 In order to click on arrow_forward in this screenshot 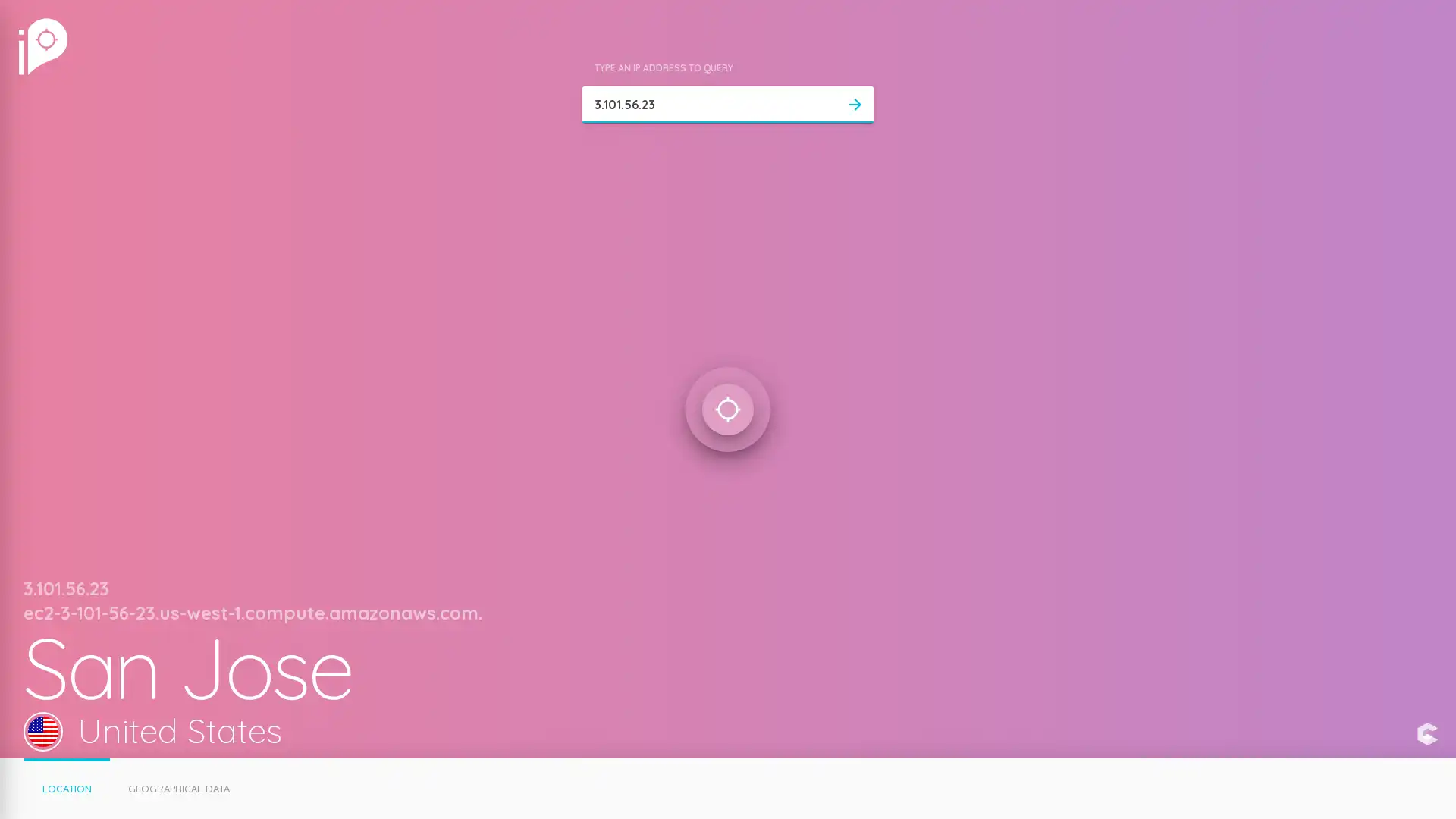, I will do `click(855, 104)`.